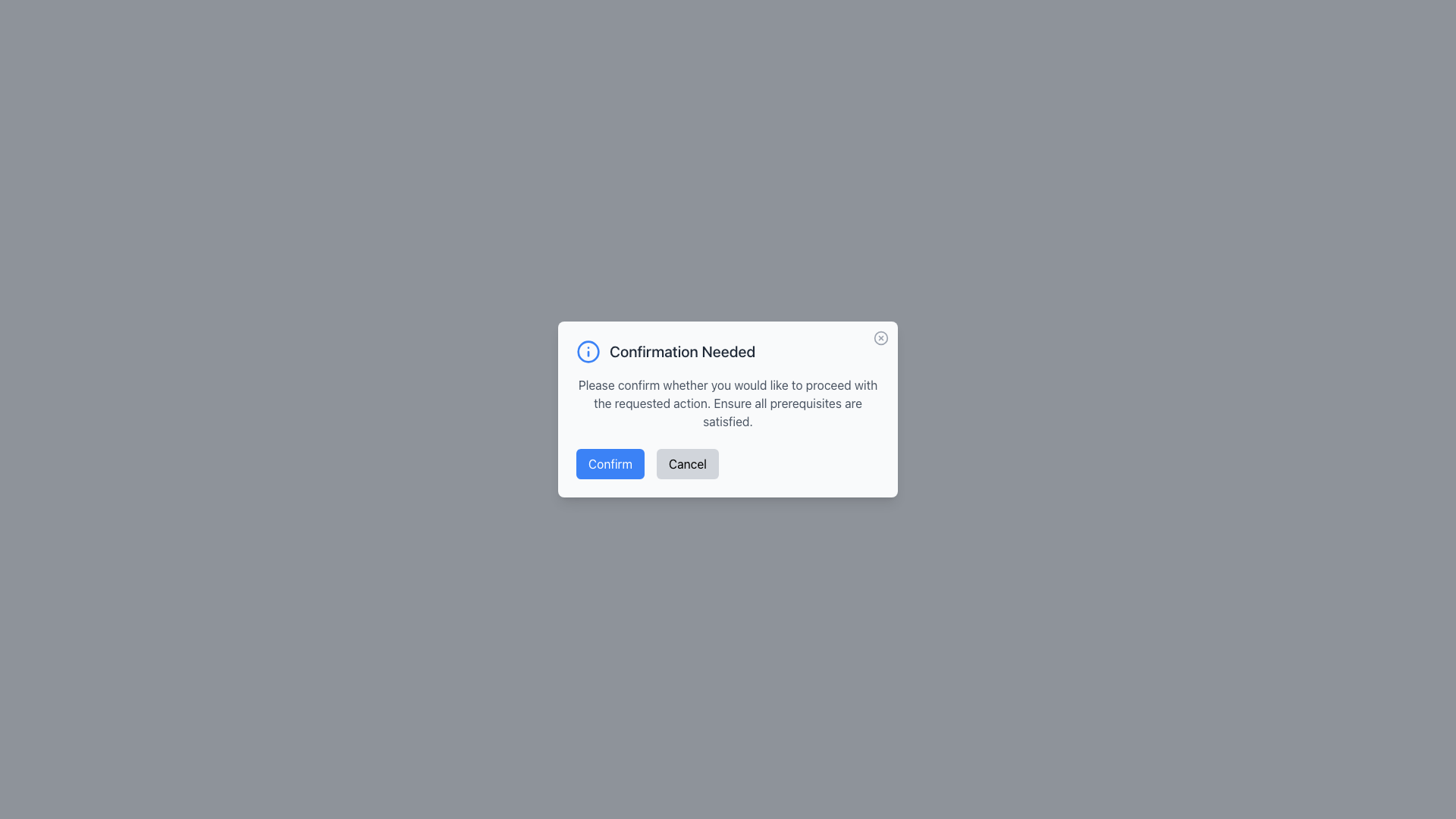  Describe the element at coordinates (880, 337) in the screenshot. I see `the small circular button with an 'X' icon inside it, located in the top-right corner of the dialog box titled 'Confirmation Needed'` at that location.